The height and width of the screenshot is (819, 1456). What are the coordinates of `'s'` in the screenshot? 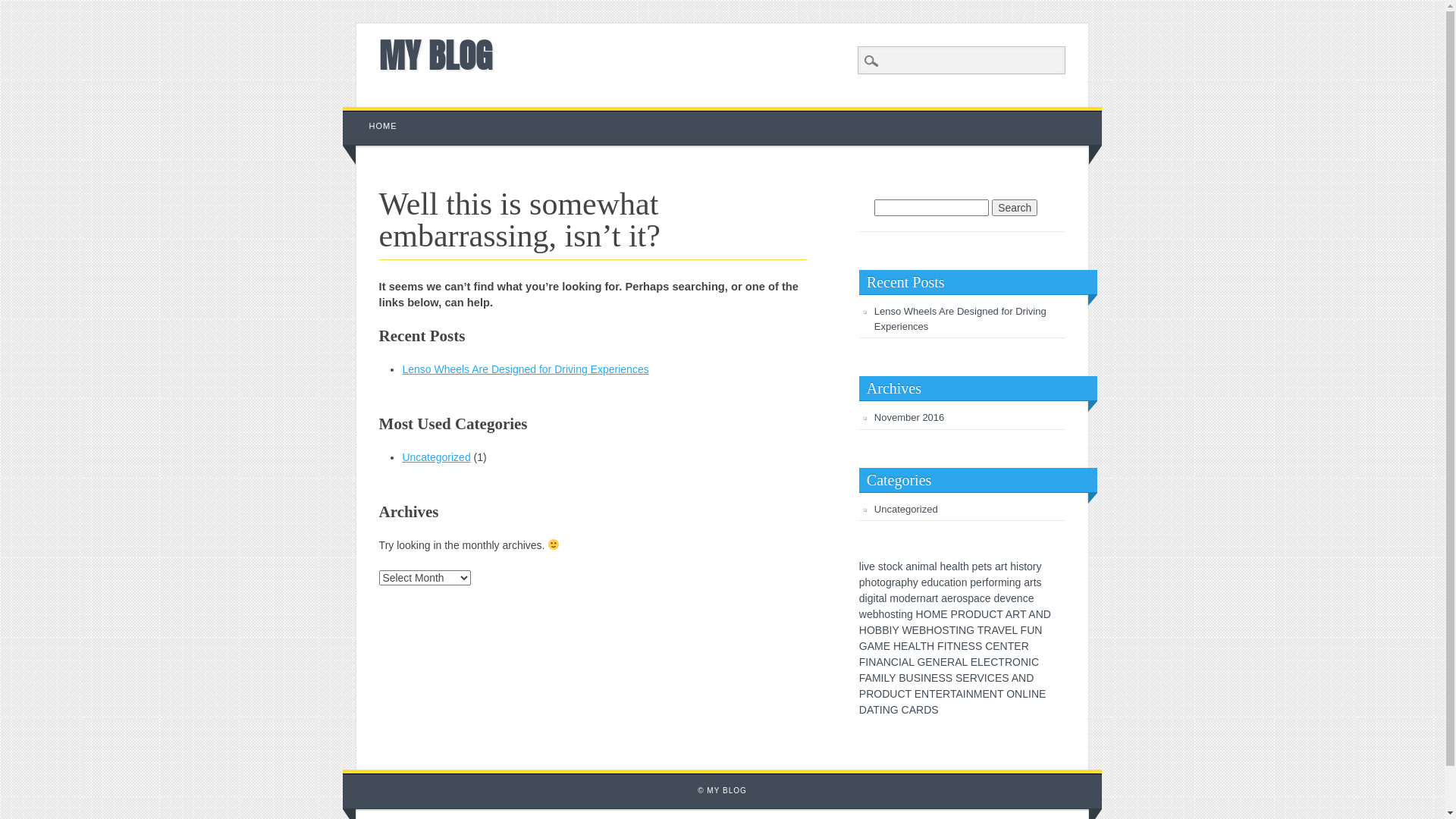 It's located at (1038, 581).